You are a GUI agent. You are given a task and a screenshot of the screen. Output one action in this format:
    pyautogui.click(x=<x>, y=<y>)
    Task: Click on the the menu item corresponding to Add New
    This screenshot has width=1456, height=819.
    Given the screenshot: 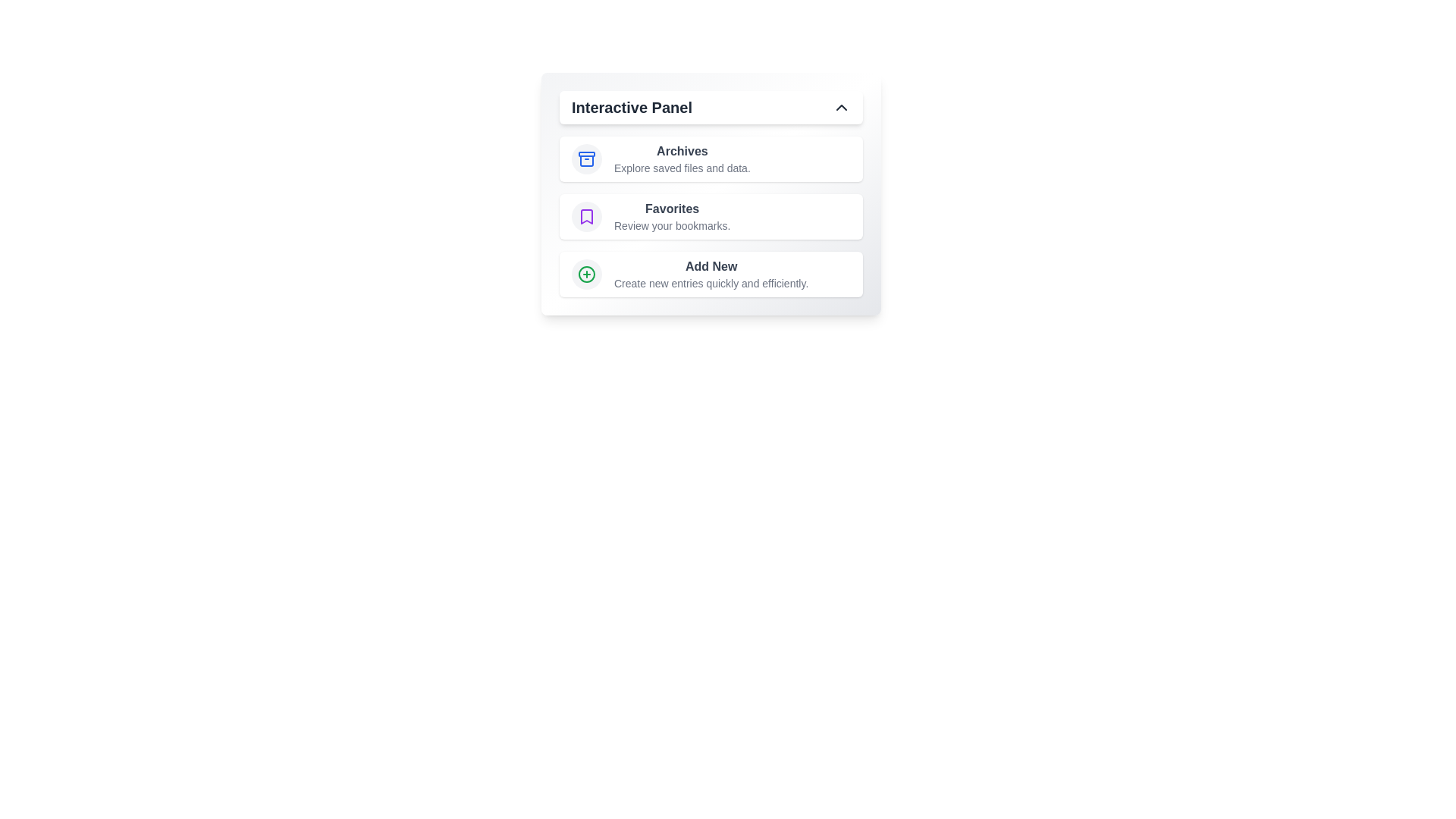 What is the action you would take?
    pyautogui.click(x=710, y=275)
    